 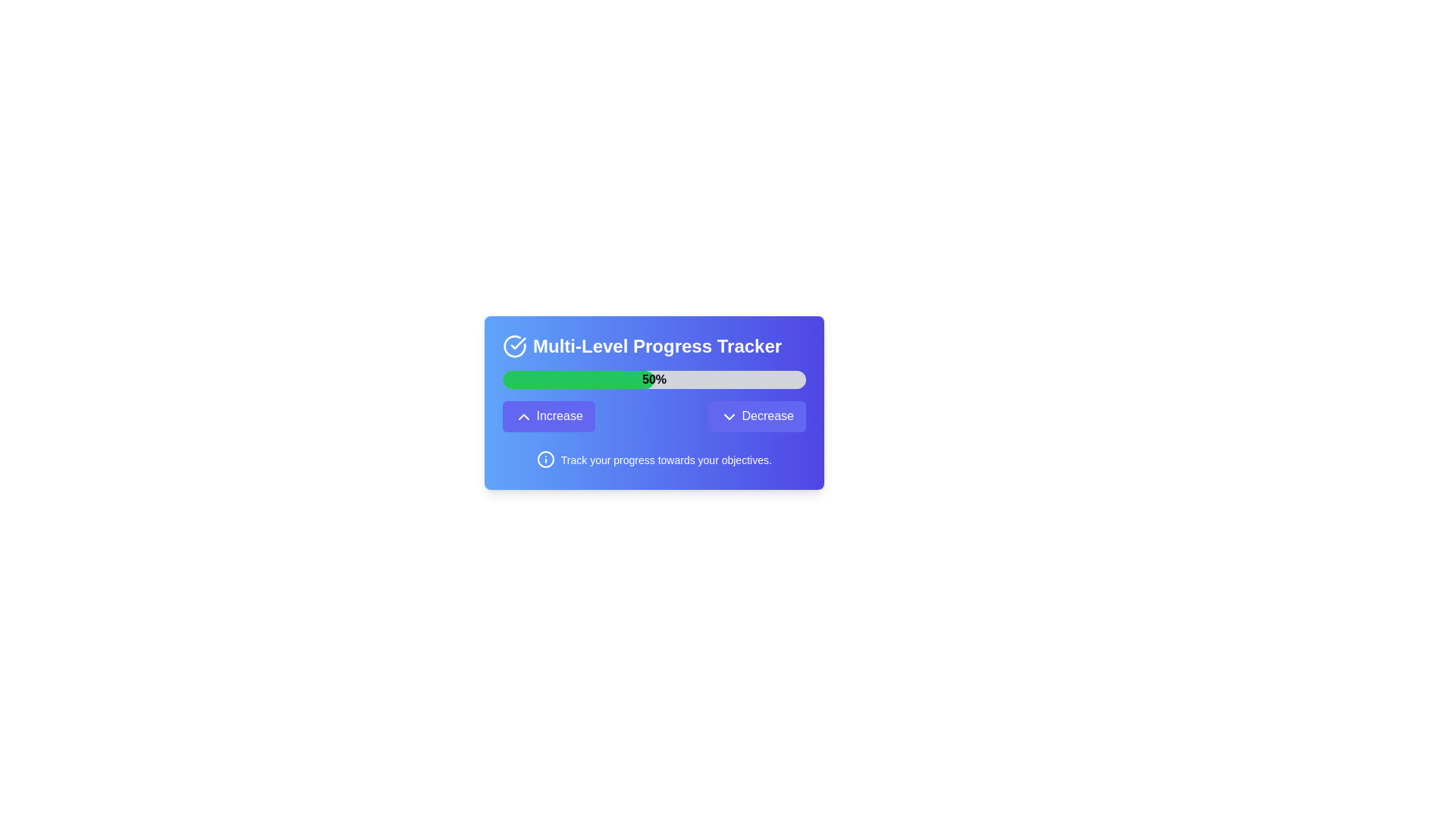 I want to click on the green-filled progress indicator that represents 50% completion of a task within the lighter gray background bar, so click(x=578, y=379).